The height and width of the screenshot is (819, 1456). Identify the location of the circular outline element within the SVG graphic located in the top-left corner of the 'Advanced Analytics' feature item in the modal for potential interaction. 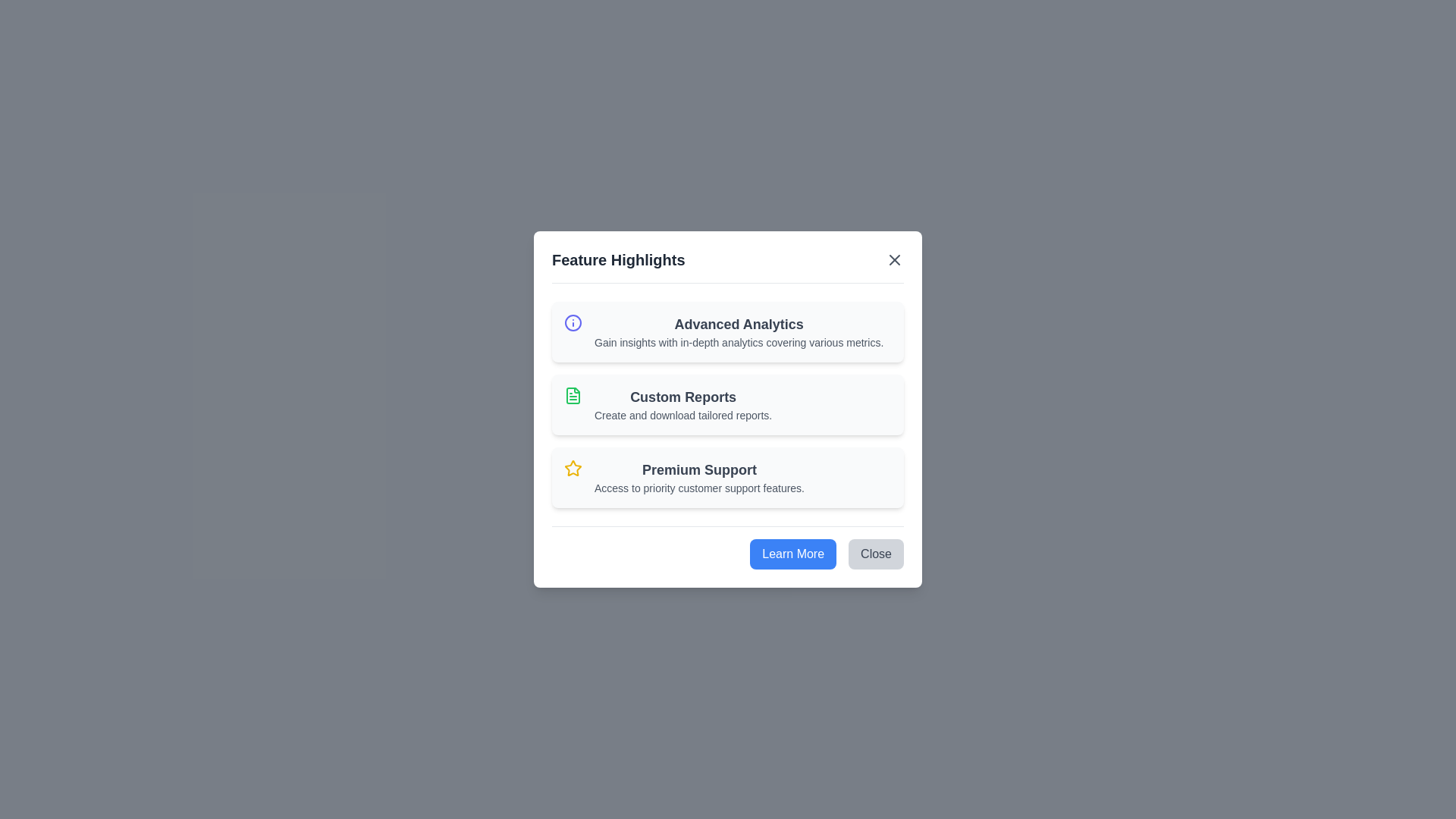
(572, 322).